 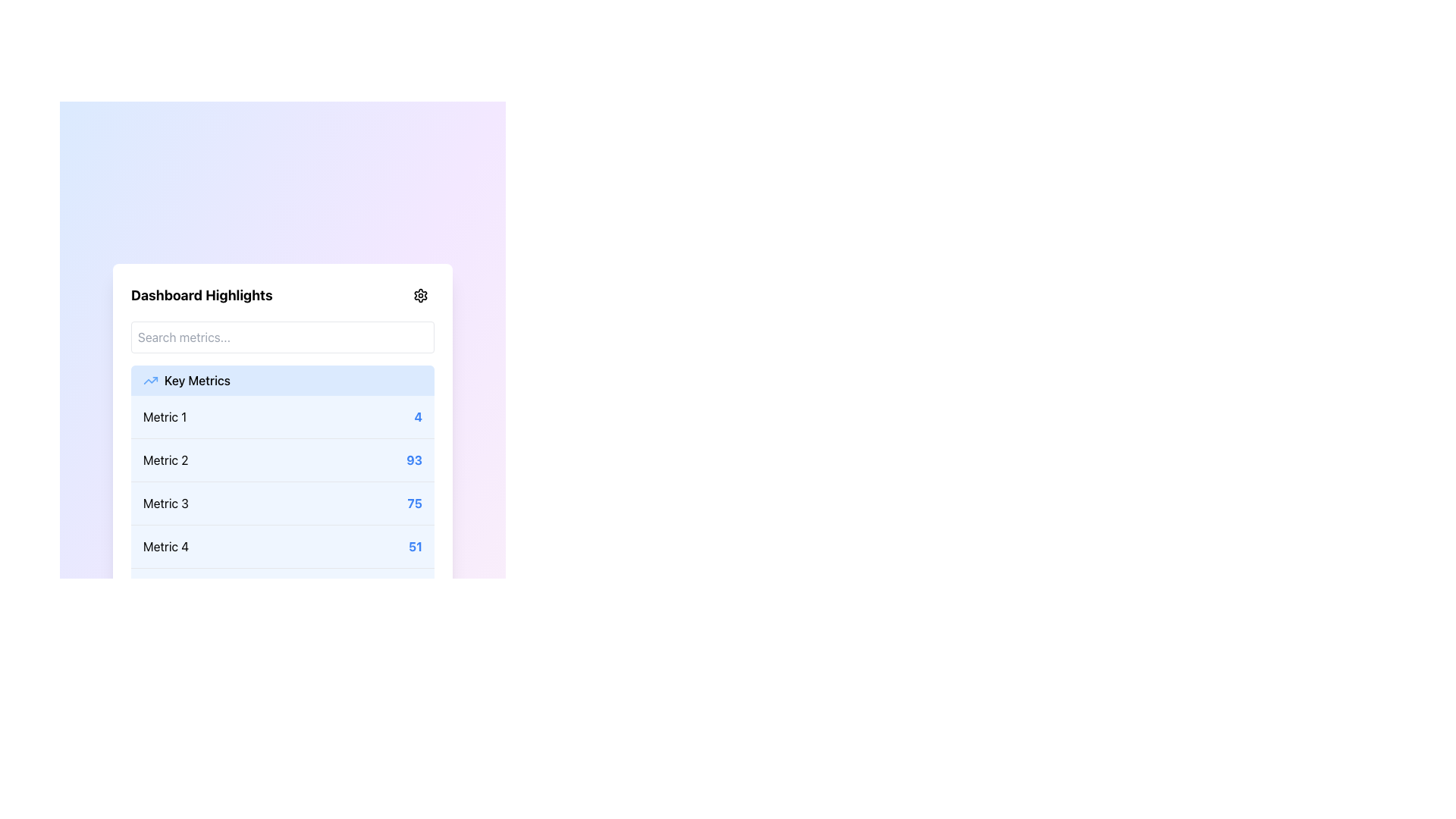 I want to click on text label for the metric associated with 'Metric 375' in the Key Metrics list, so click(x=166, y=503).